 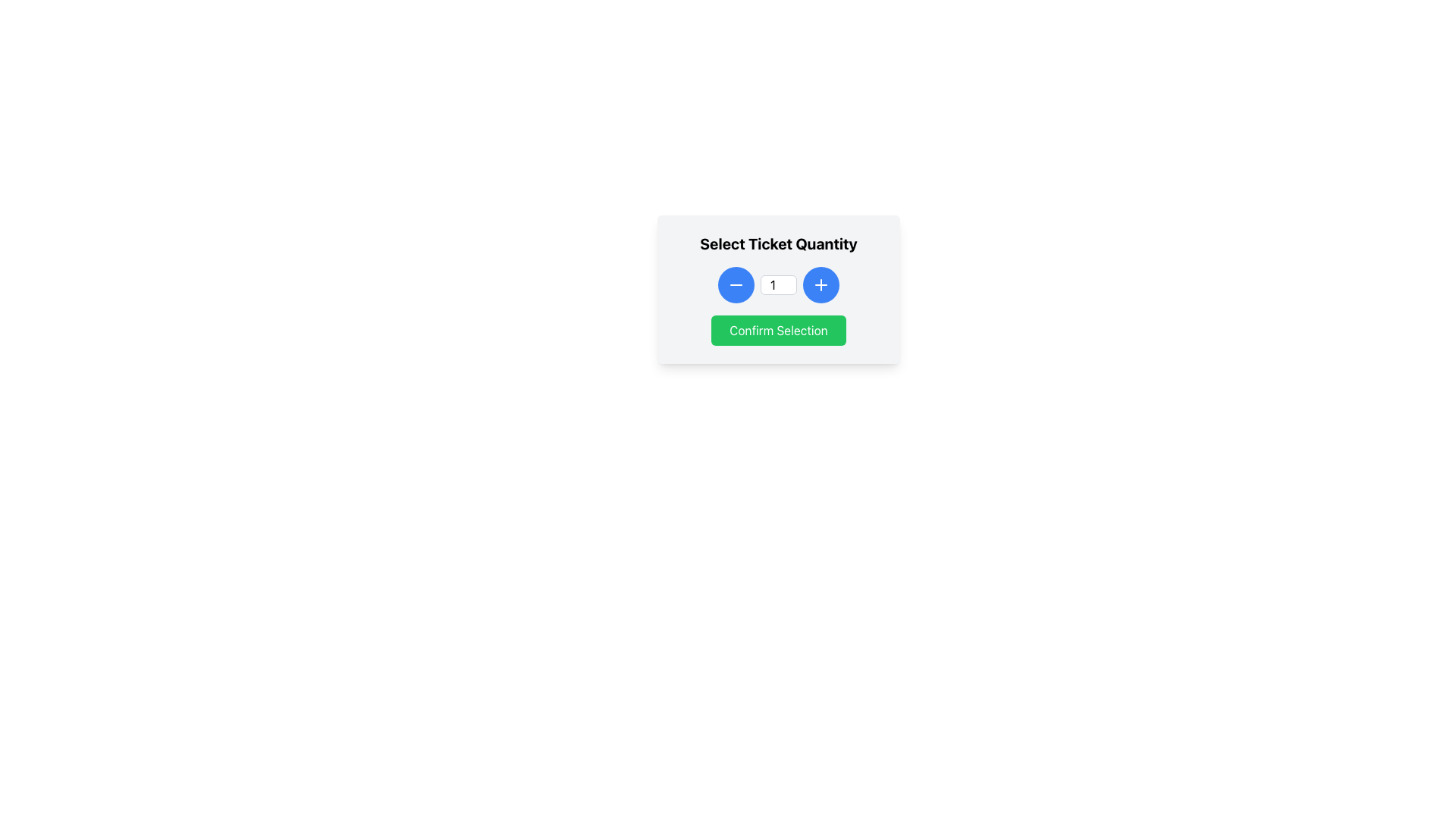 What do you see at coordinates (779, 284) in the screenshot?
I see `the Number Input element, which is a numerical input box located between the blue '-' button on the left and the blue '+' button on the right, to focus on it` at bounding box center [779, 284].